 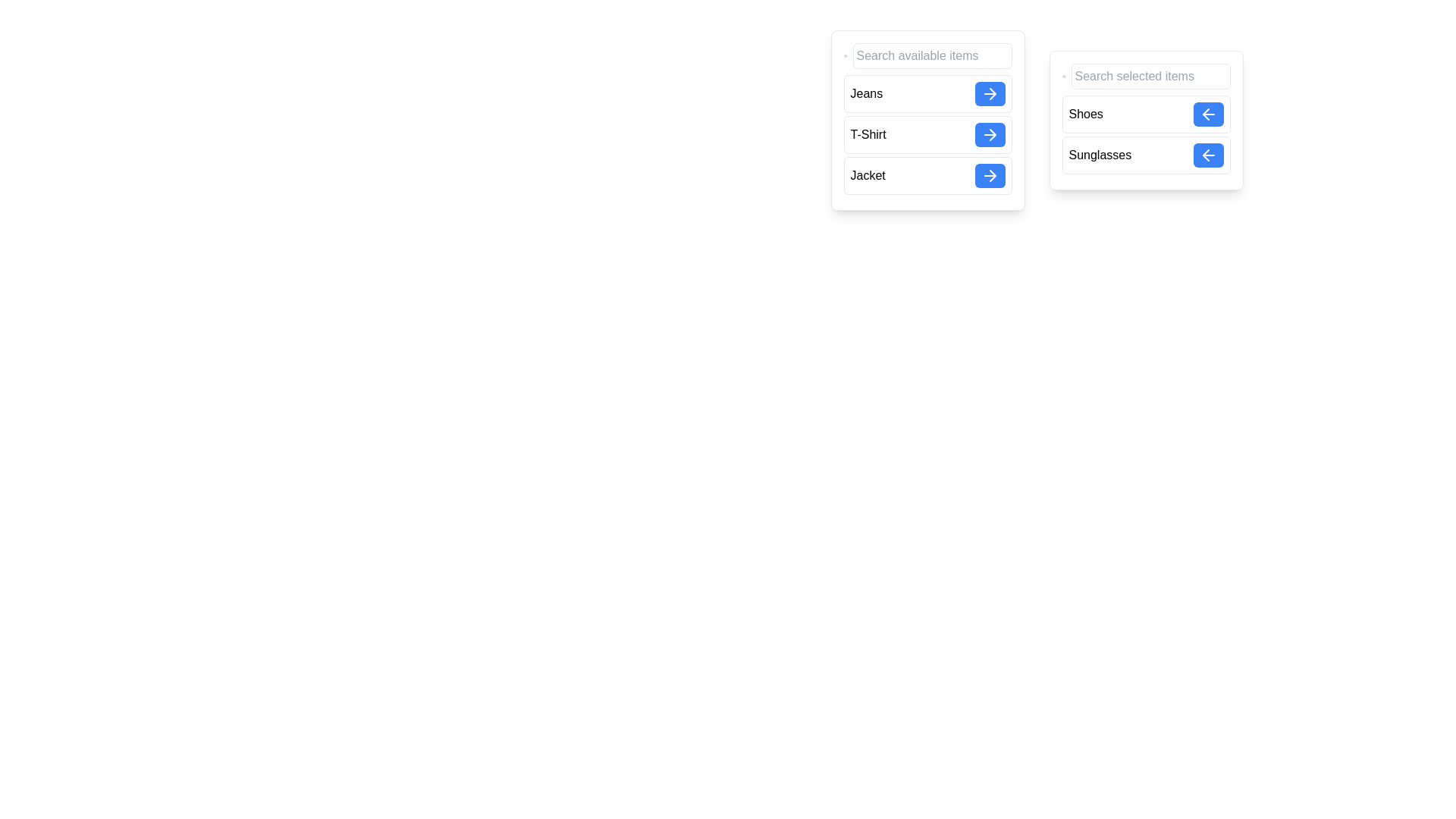 I want to click on the button located to the right of the 'Sunglasses' text, so click(x=1207, y=155).